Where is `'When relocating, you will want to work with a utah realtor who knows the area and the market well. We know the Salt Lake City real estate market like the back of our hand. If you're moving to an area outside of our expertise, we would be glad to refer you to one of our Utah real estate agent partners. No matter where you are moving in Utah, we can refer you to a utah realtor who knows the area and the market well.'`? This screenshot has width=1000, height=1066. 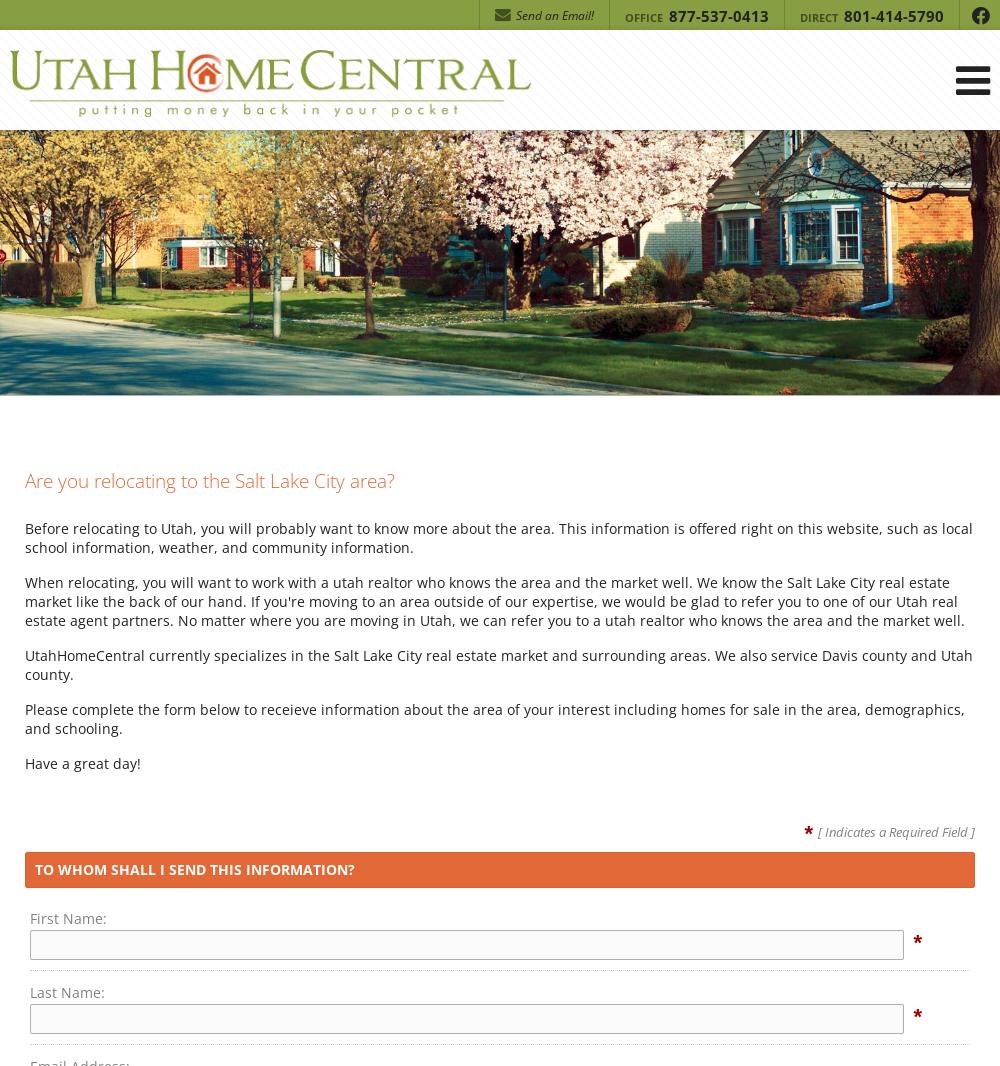
'When relocating, you will want to work with a utah realtor who knows the area and the market well. We know the Salt Lake City real estate market like the back of our hand. If you're moving to an area outside of our expertise, we would be glad to refer you to one of our Utah real estate agent partners. No matter where you are moving in Utah, we can refer you to a utah realtor who knows the area and the market well.' is located at coordinates (25, 600).